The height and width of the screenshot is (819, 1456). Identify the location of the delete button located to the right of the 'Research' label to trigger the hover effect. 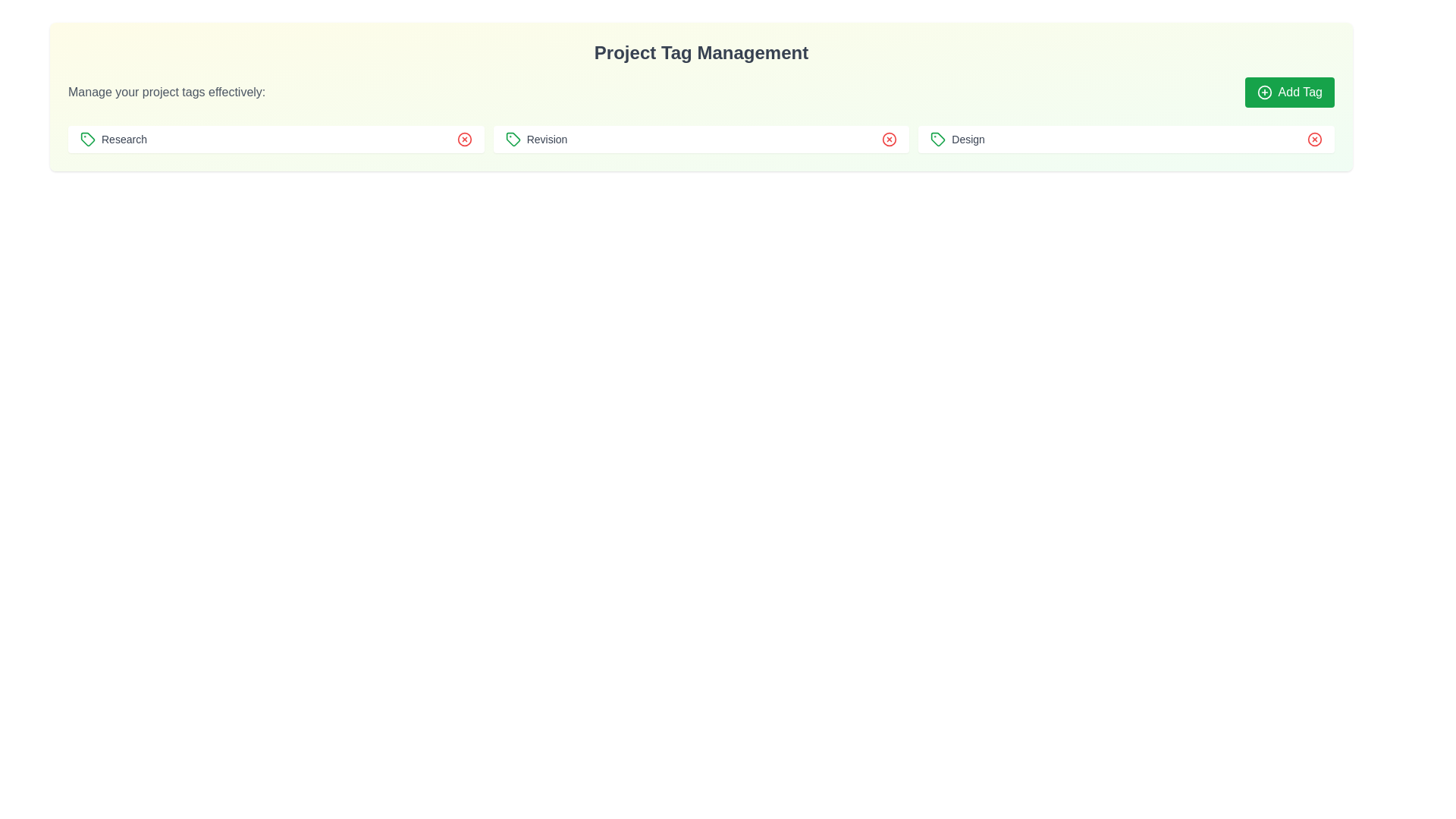
(463, 140).